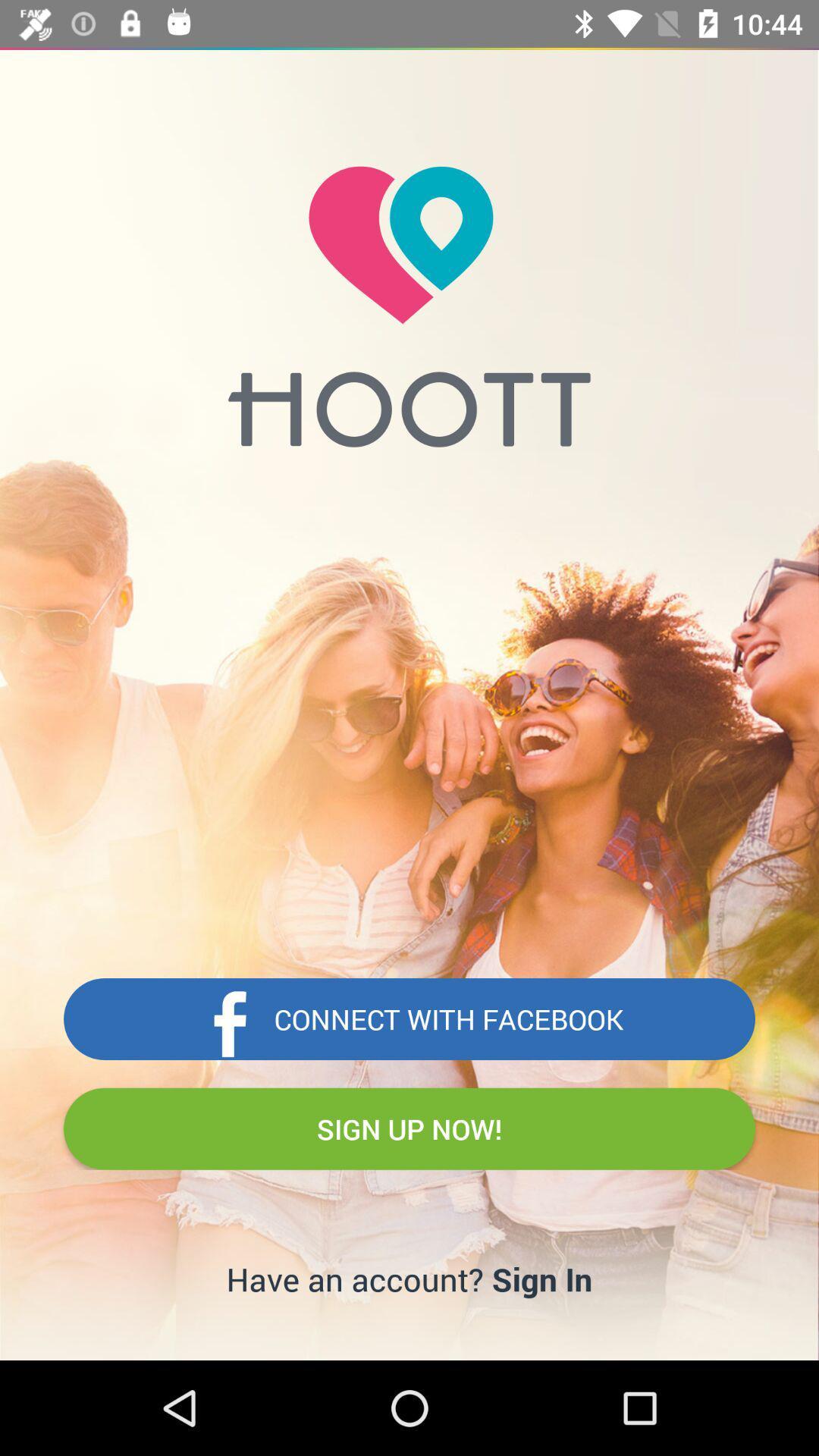 The width and height of the screenshot is (819, 1456). What do you see at coordinates (541, 1278) in the screenshot?
I see `item next to have an account? item` at bounding box center [541, 1278].